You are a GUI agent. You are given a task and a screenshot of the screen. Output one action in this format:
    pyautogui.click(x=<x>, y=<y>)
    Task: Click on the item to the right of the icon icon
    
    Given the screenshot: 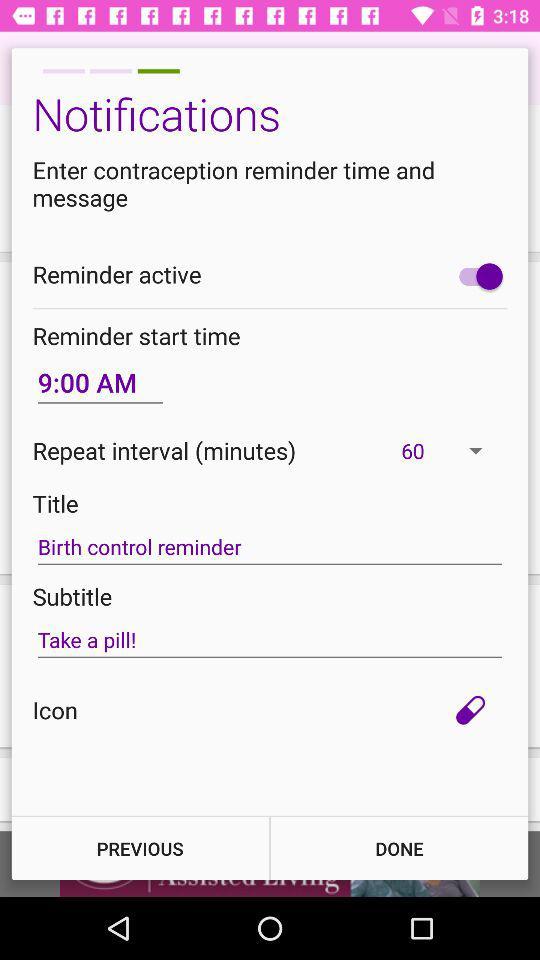 What is the action you would take?
    pyautogui.click(x=470, y=710)
    